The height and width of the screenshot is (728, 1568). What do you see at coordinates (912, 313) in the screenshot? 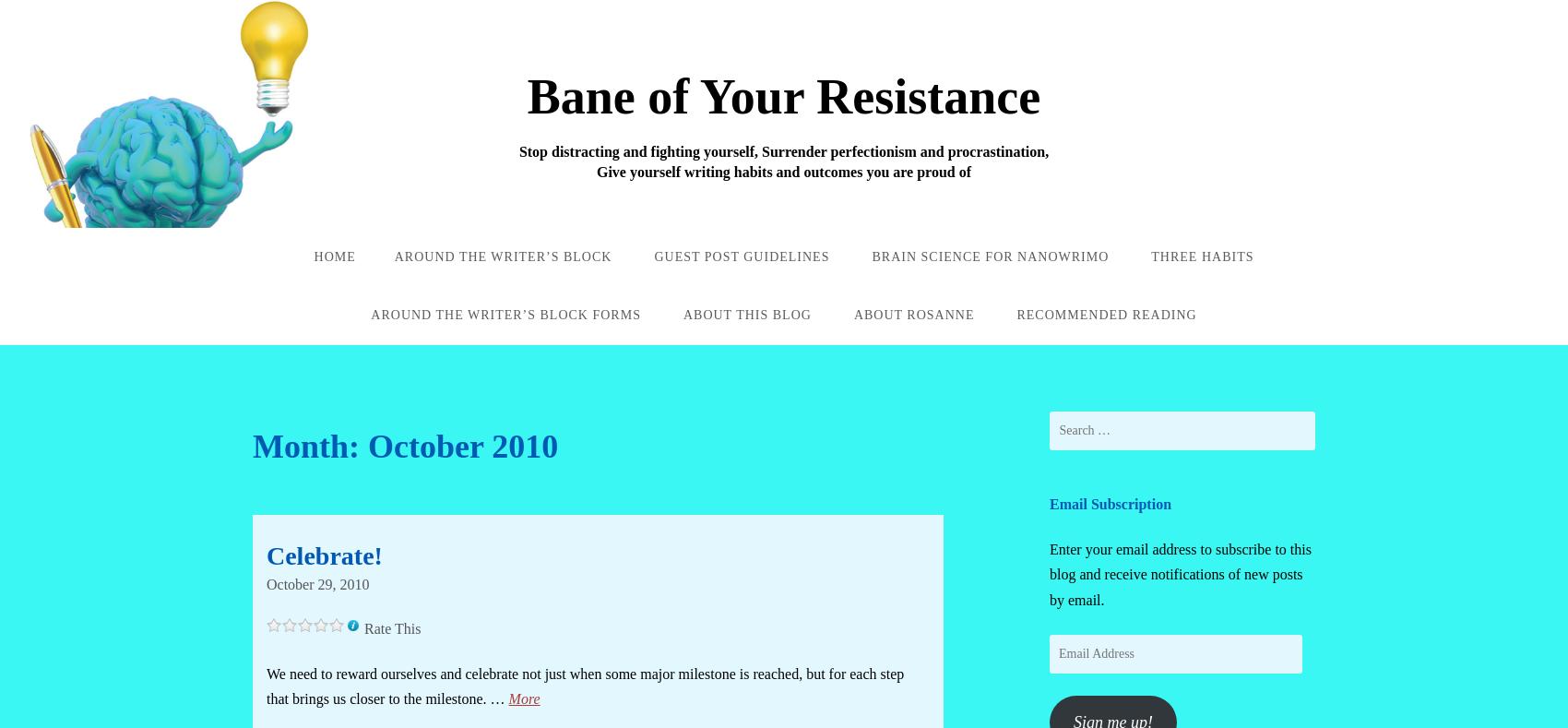
I see `'About Rosanne'` at bounding box center [912, 313].